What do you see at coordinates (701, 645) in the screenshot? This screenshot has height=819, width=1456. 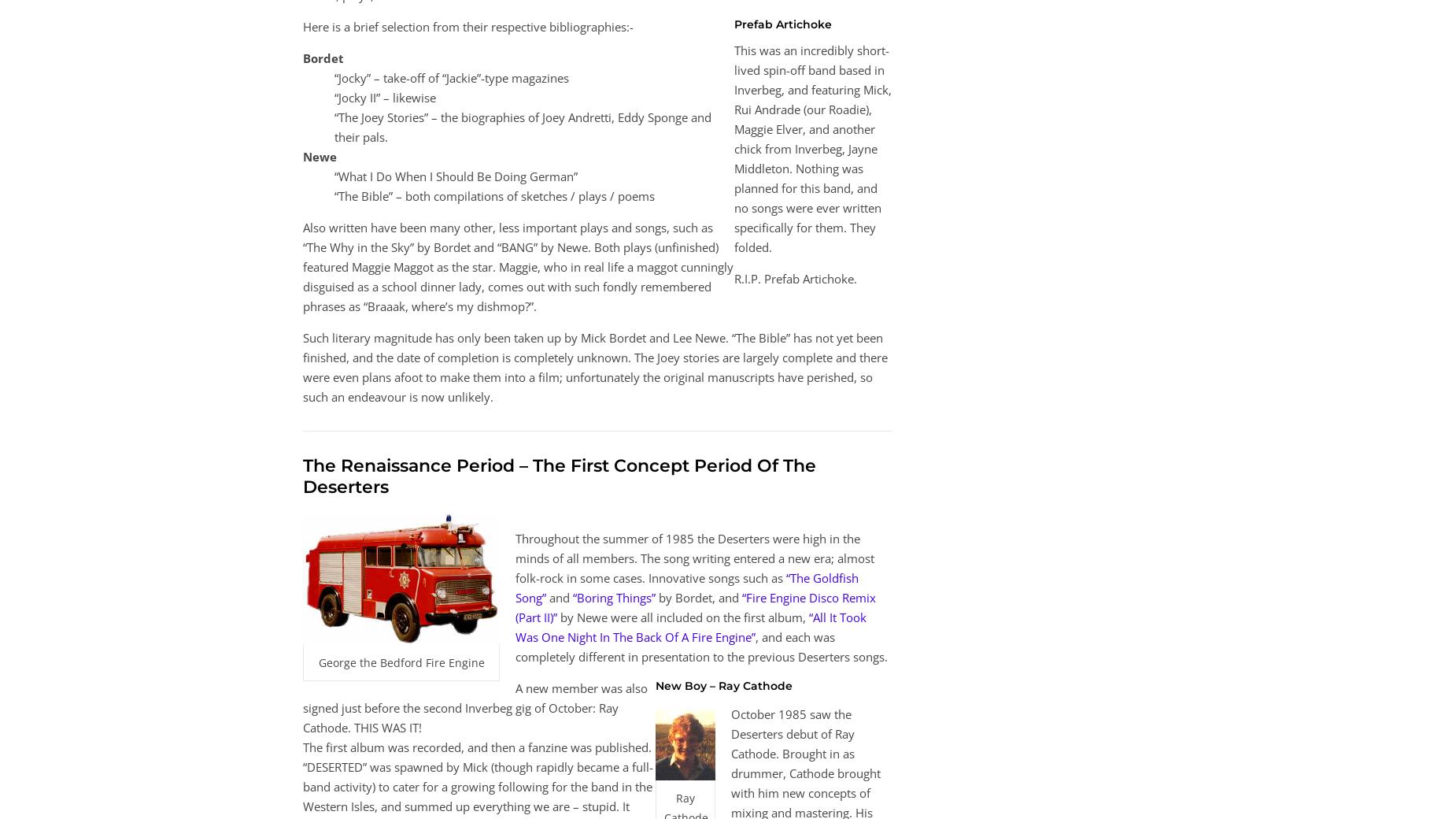 I see `', and each was completely different in presentation to the previous Deserters songs.'` at bounding box center [701, 645].